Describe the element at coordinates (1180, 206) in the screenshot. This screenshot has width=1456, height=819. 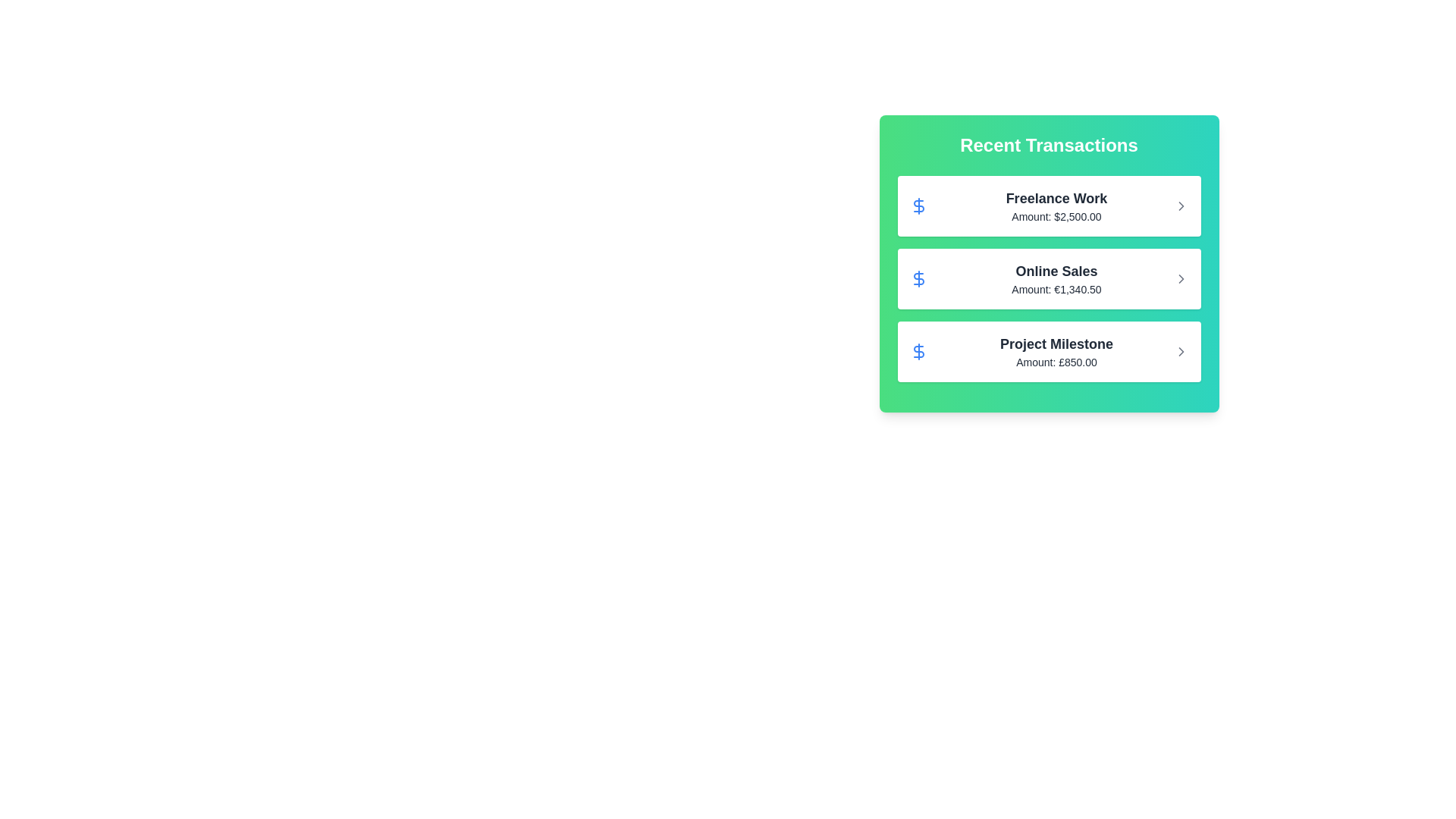
I see `the icon located to the far right of the 'Freelance Work' transaction item, which visually indicates further navigation or details related to the transaction` at that location.